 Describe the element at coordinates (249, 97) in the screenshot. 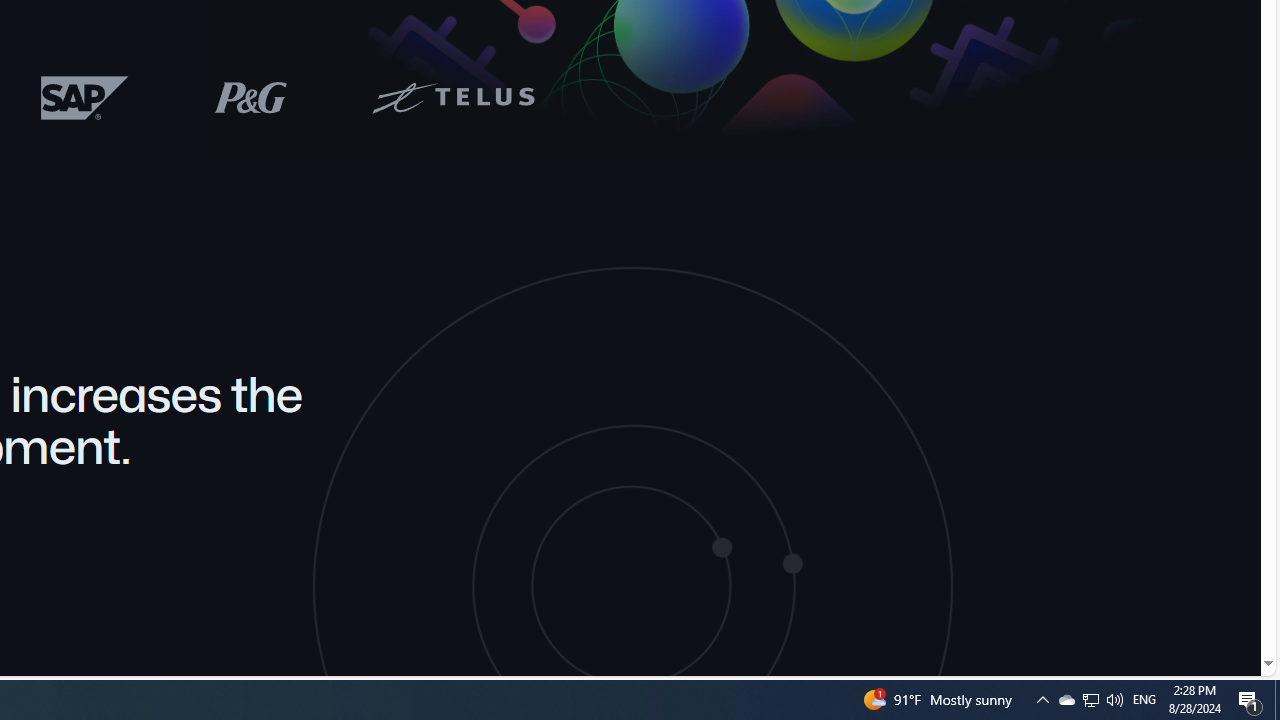

I see `'P&G logo'` at that location.